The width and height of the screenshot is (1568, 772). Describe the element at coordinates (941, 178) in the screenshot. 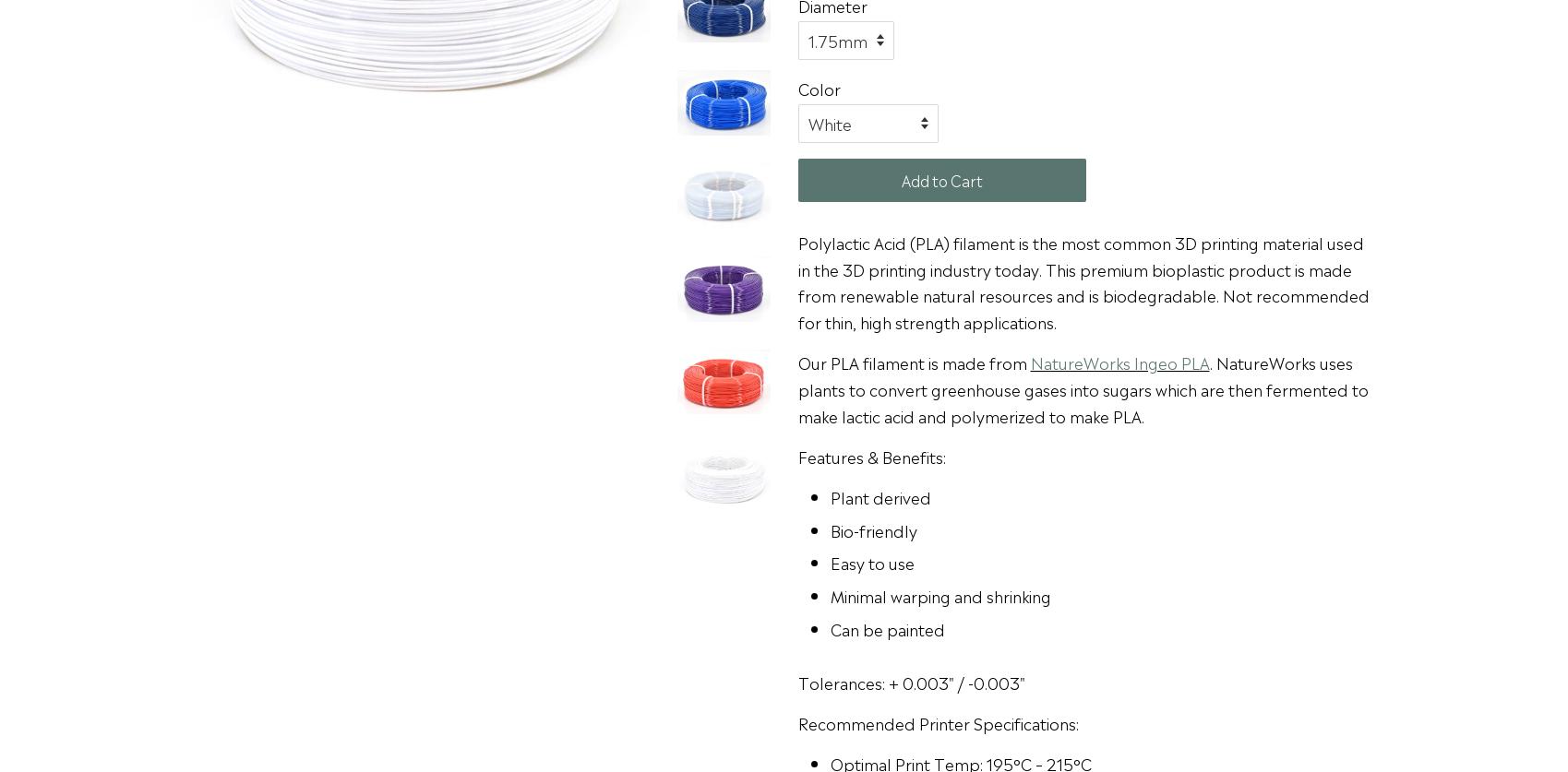

I see `'Add to Cart'` at that location.